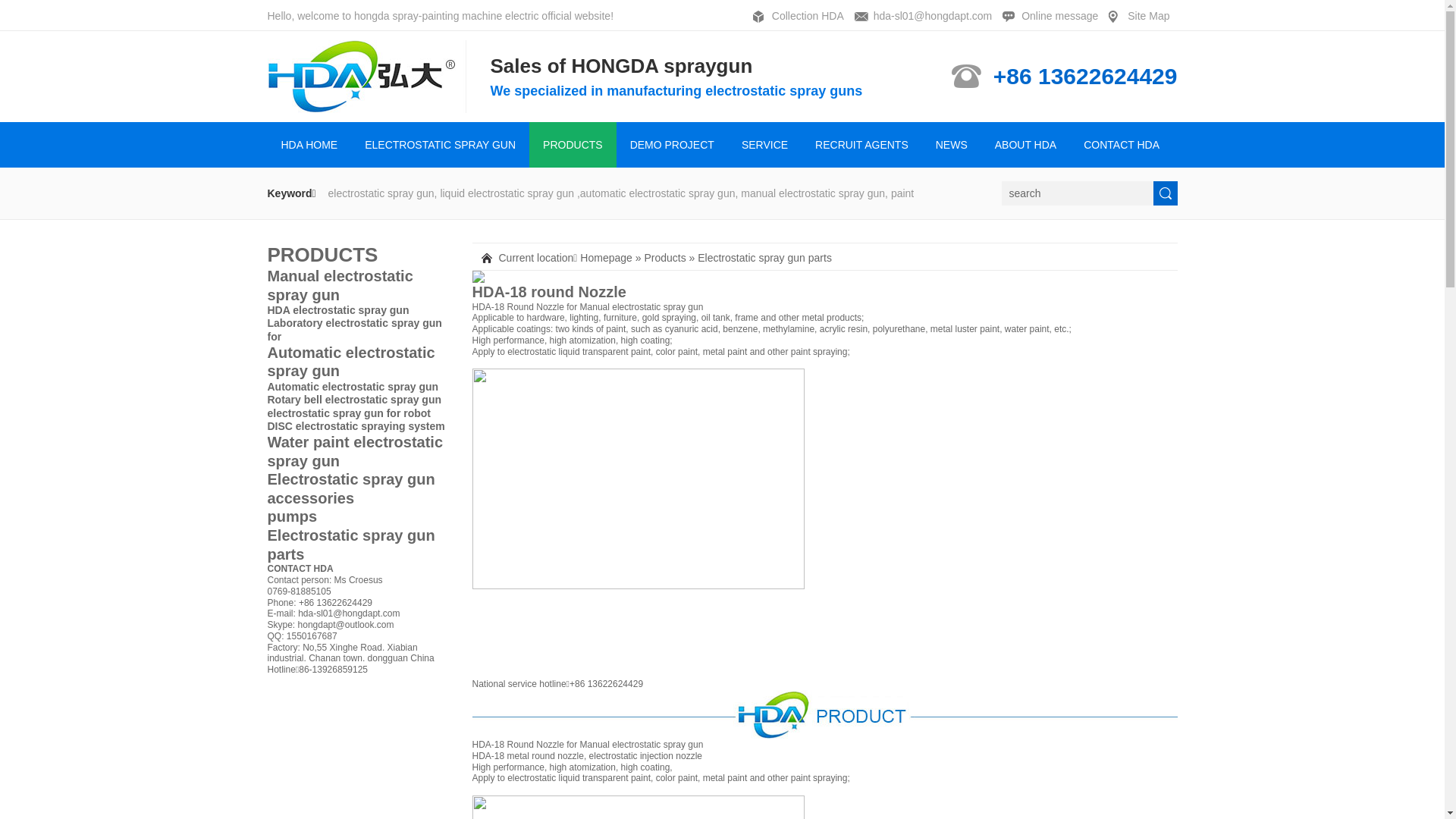 This screenshot has height=819, width=1456. What do you see at coordinates (359, 544) in the screenshot?
I see `'Electrostatic spray gun parts'` at bounding box center [359, 544].